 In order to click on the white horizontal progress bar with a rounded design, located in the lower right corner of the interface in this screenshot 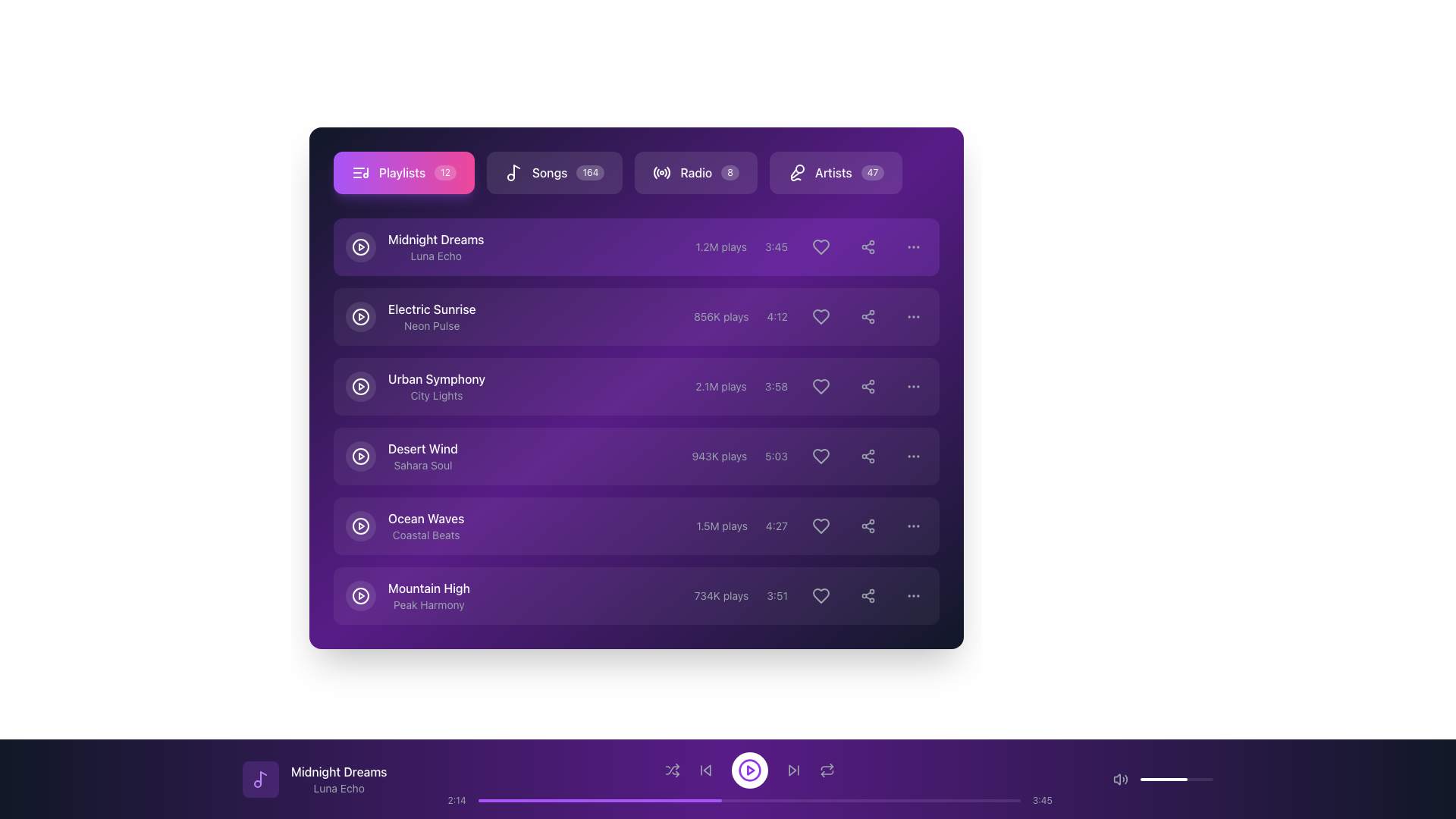, I will do `click(1163, 780)`.